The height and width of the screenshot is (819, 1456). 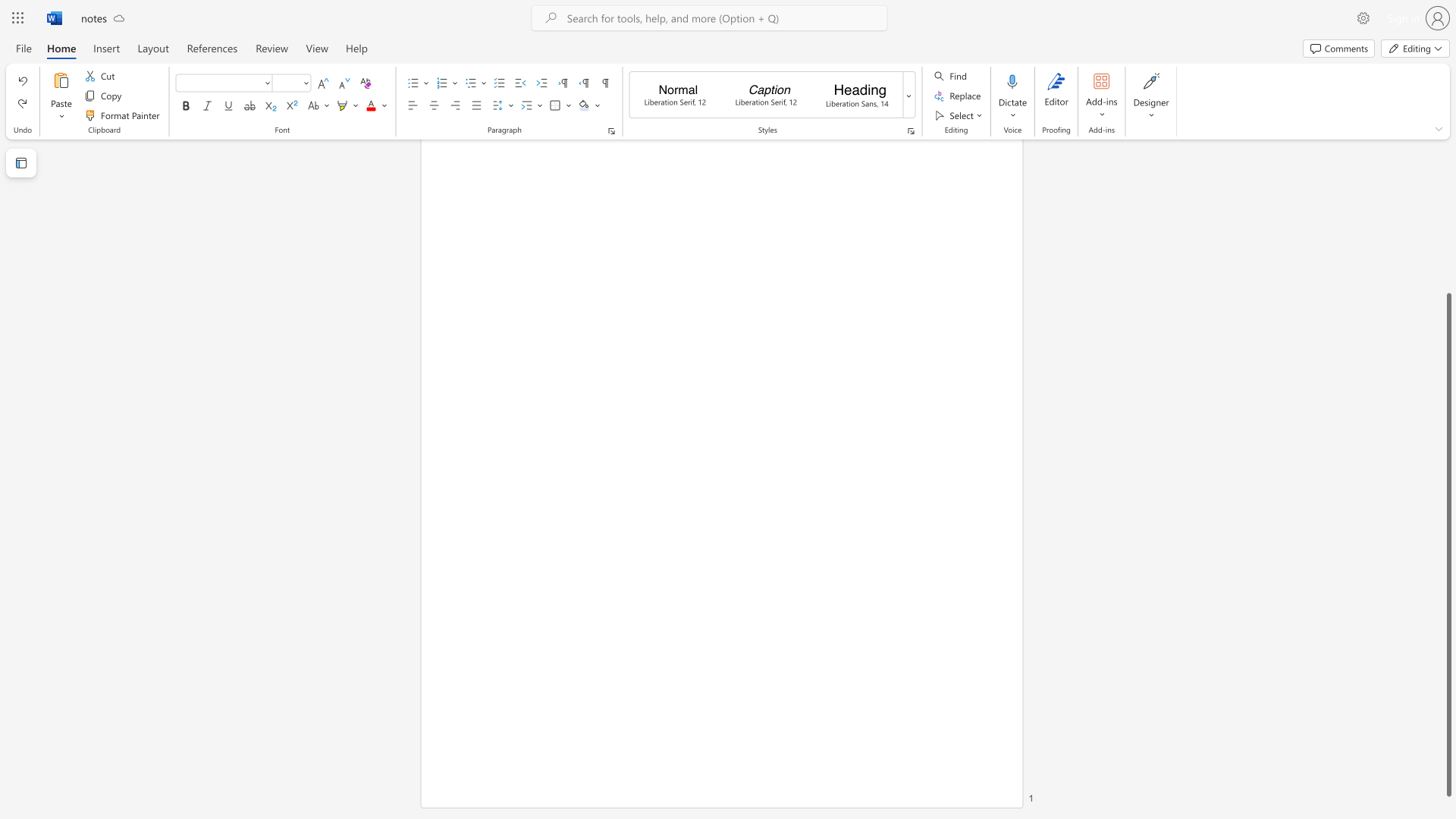 I want to click on the scrollbar, so click(x=1448, y=256).